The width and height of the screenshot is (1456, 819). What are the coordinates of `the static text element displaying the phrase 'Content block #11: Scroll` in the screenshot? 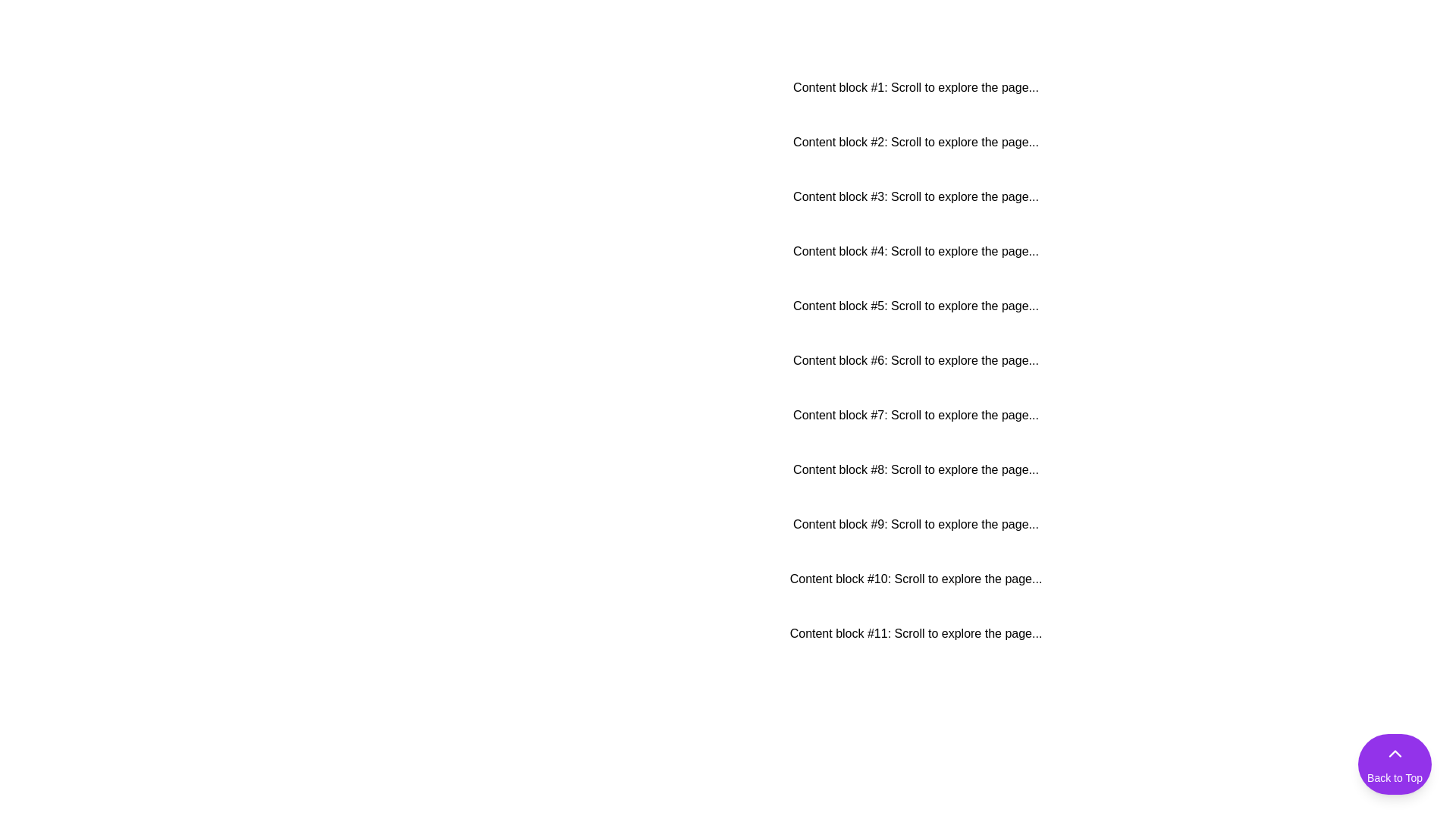 It's located at (915, 634).